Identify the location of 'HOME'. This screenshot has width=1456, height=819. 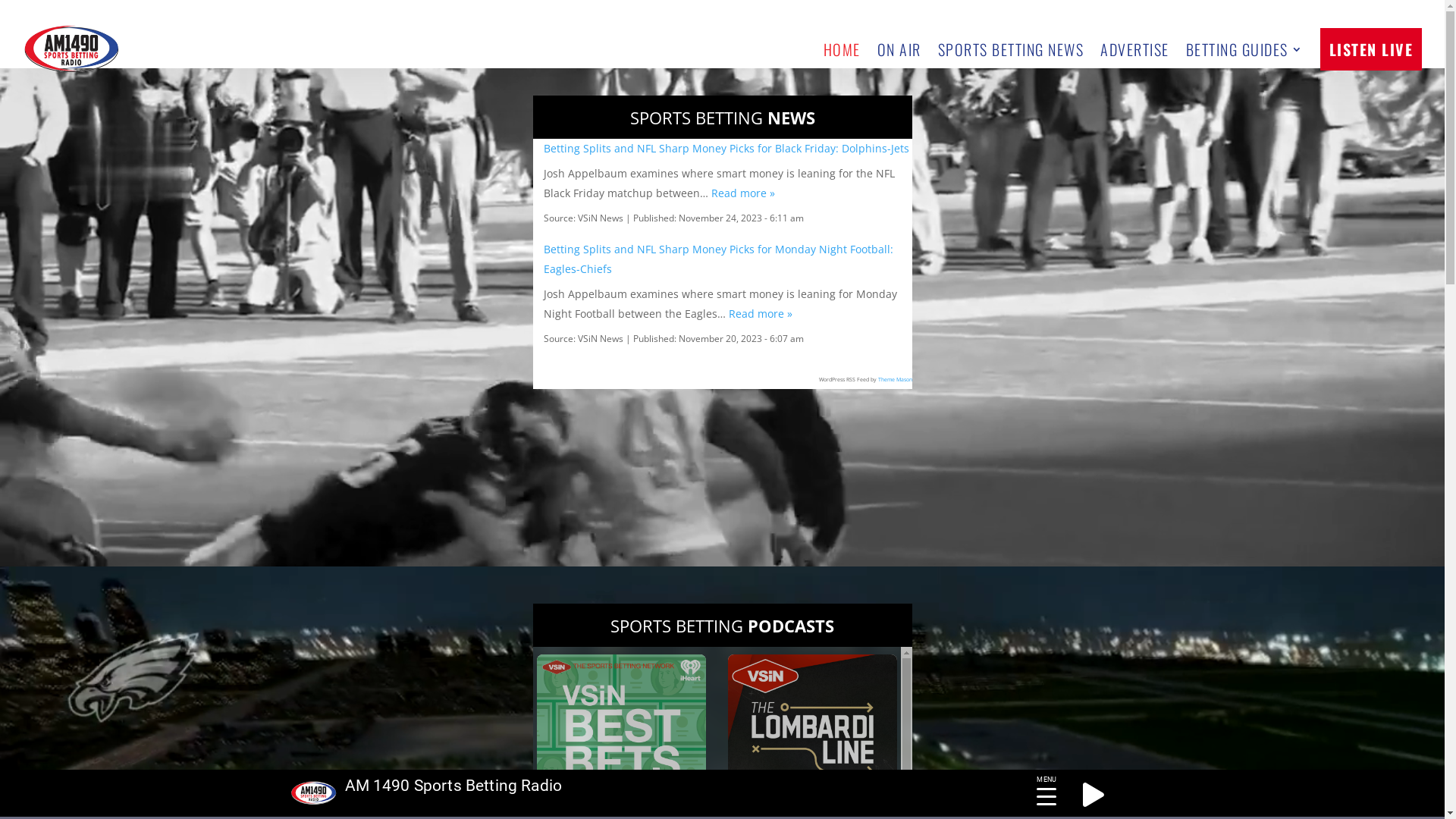
(841, 49).